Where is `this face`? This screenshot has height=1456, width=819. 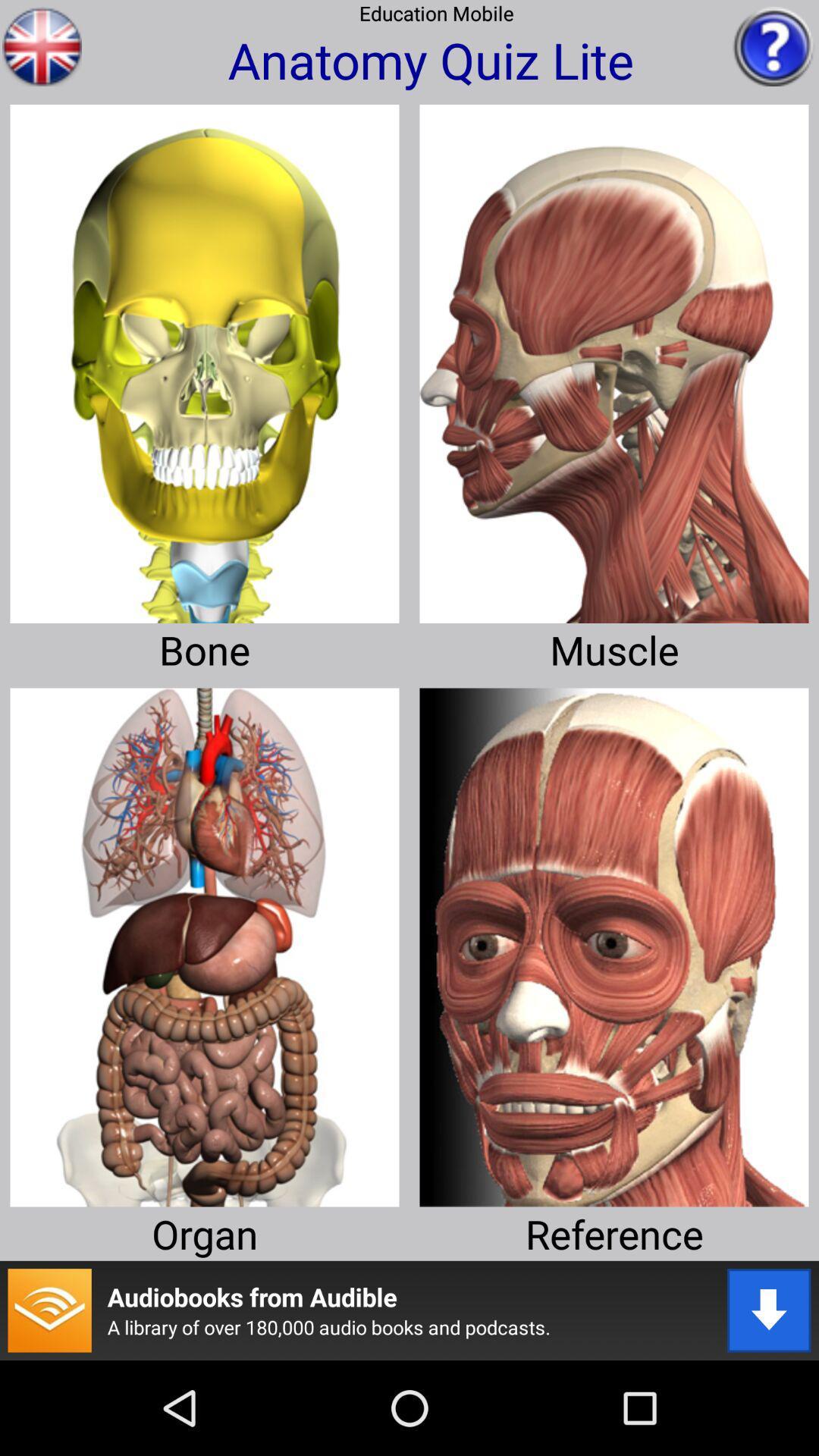 this face is located at coordinates (614, 941).